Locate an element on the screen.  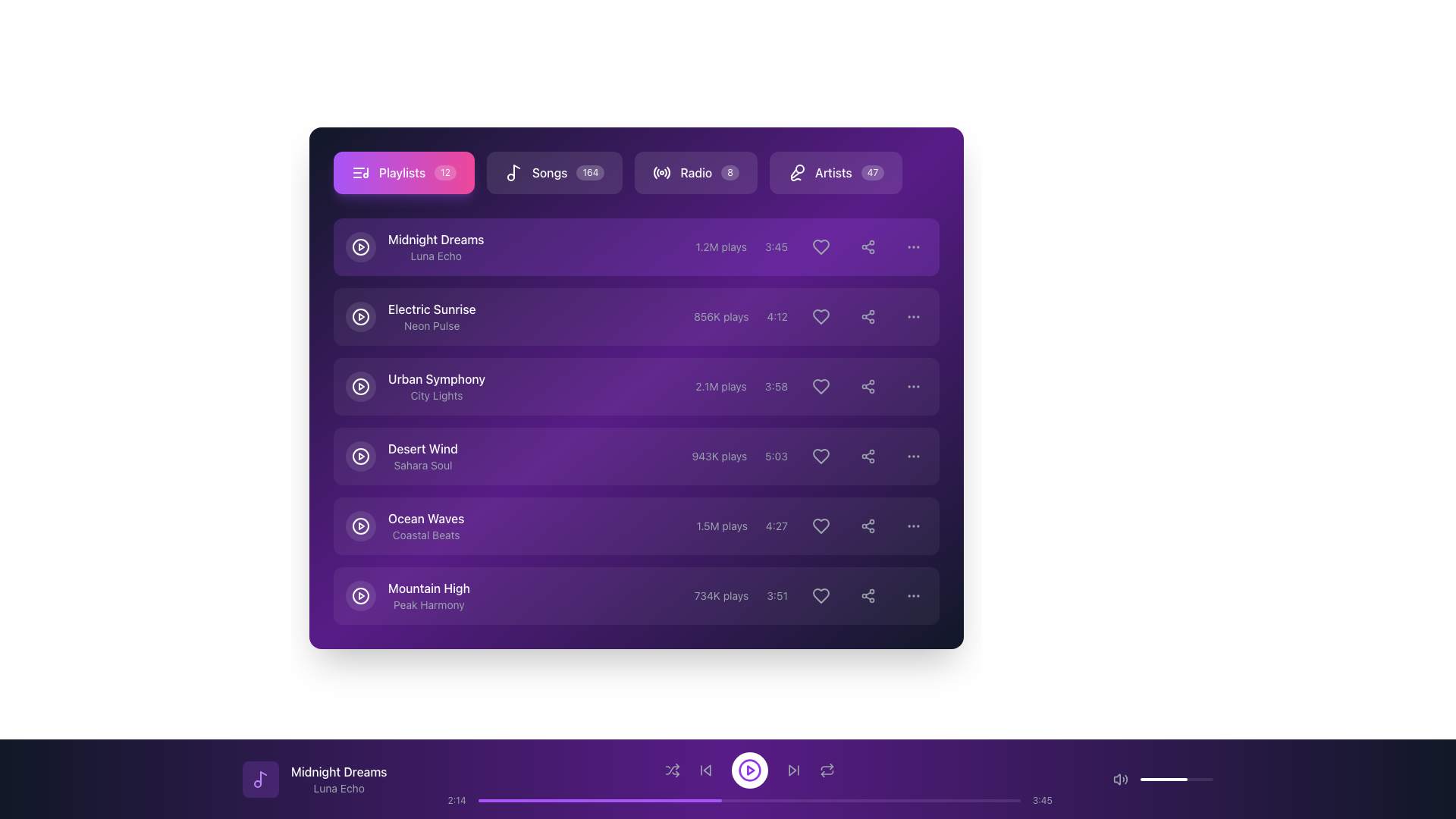
the Icon button resembling a share symbol located in the 'Urban Symphony' row, second-to-last column, for additional interactions is located at coordinates (868, 385).